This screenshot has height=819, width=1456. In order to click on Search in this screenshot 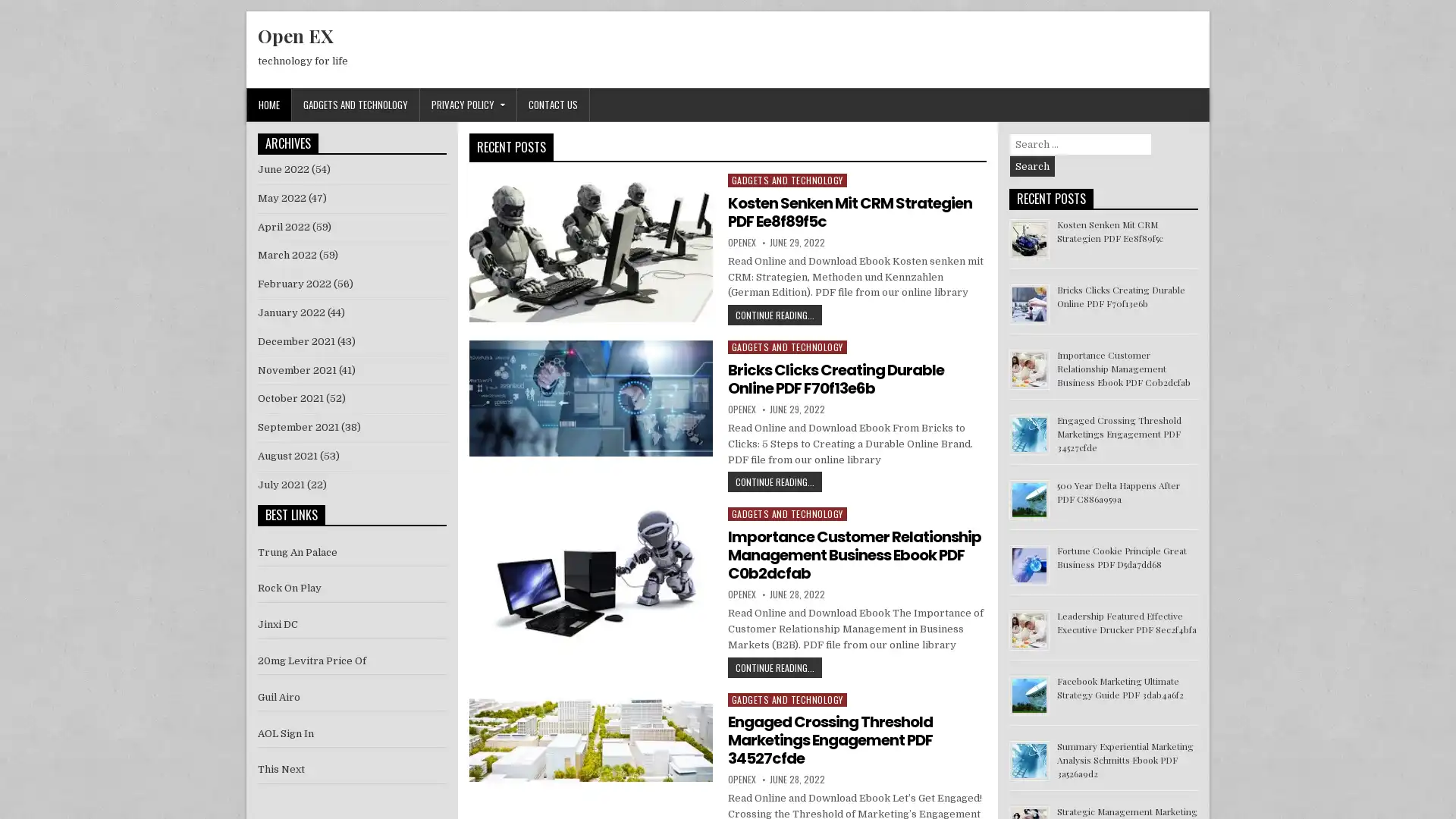, I will do `click(1031, 166)`.